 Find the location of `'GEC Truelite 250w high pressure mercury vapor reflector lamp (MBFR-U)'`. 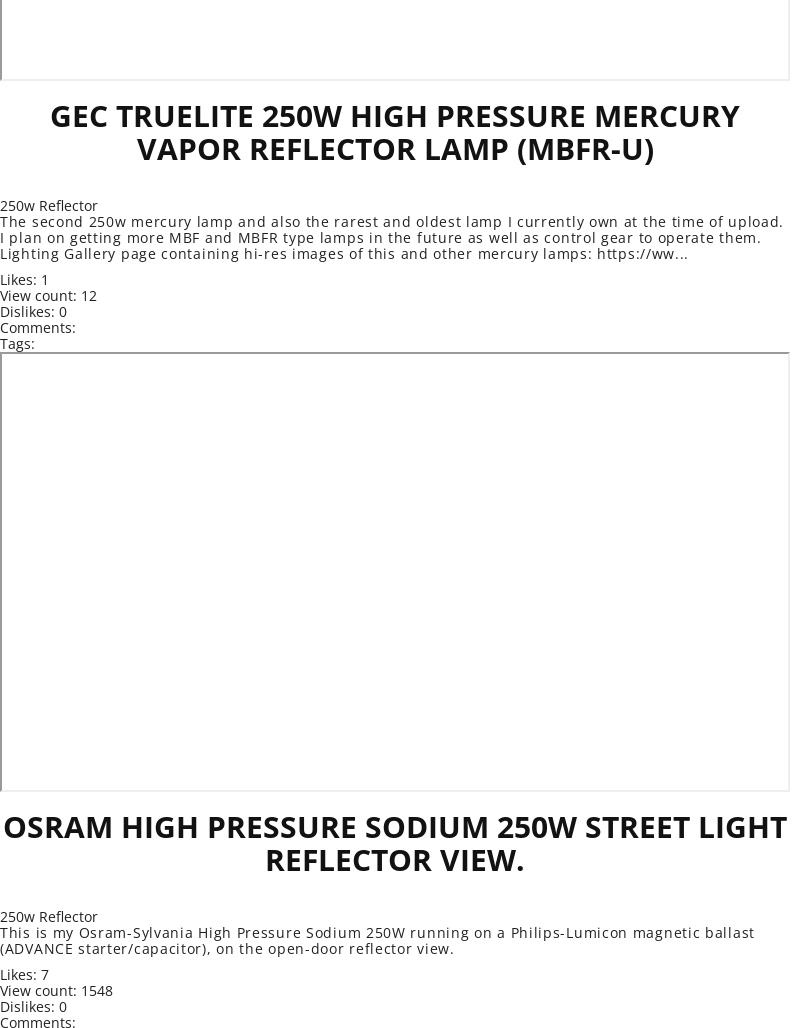

'GEC Truelite 250w high pressure mercury vapor reflector lamp (MBFR-U)' is located at coordinates (49, 131).